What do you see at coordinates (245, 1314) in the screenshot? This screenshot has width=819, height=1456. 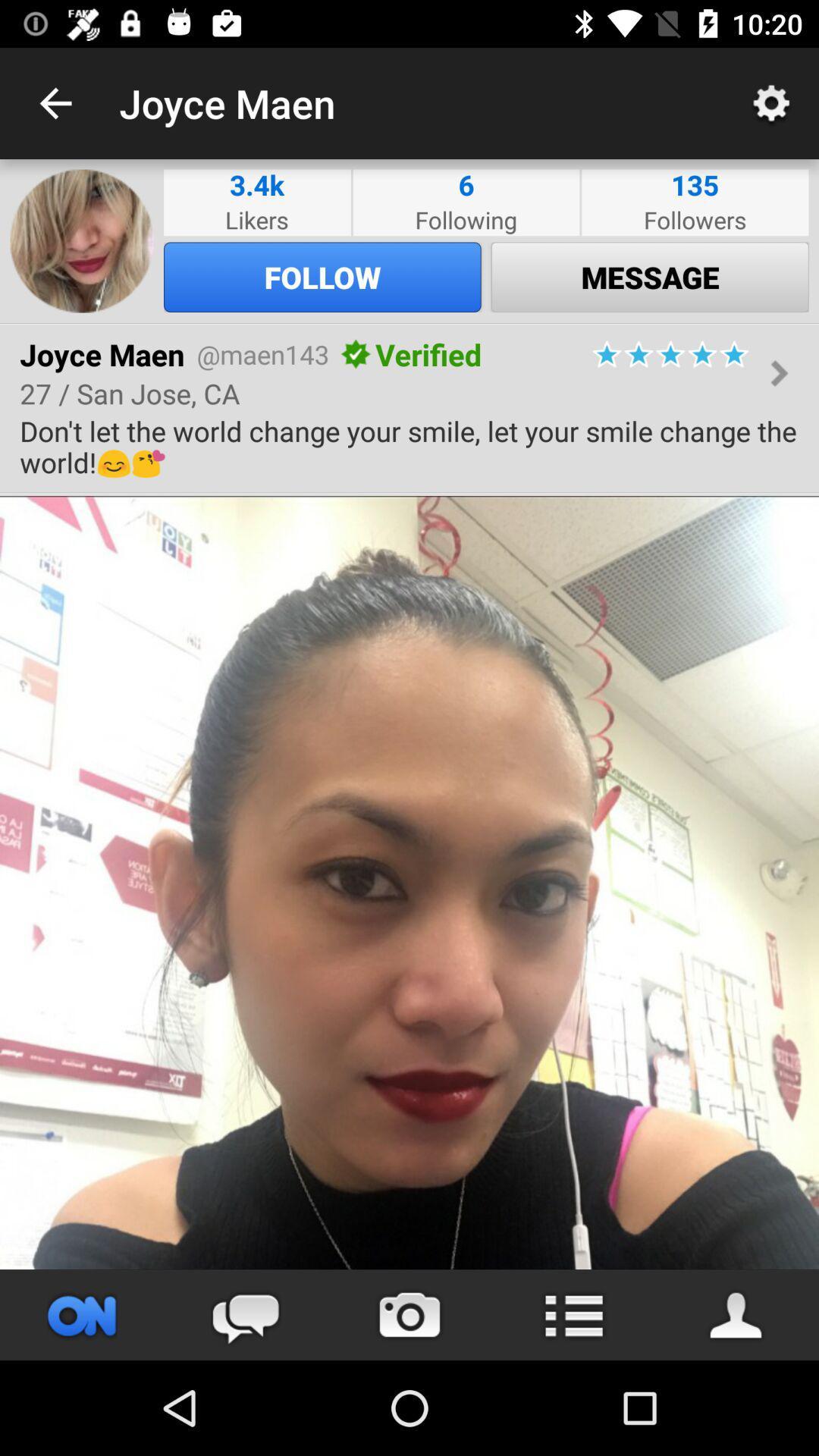 I see `the chat icon` at bounding box center [245, 1314].